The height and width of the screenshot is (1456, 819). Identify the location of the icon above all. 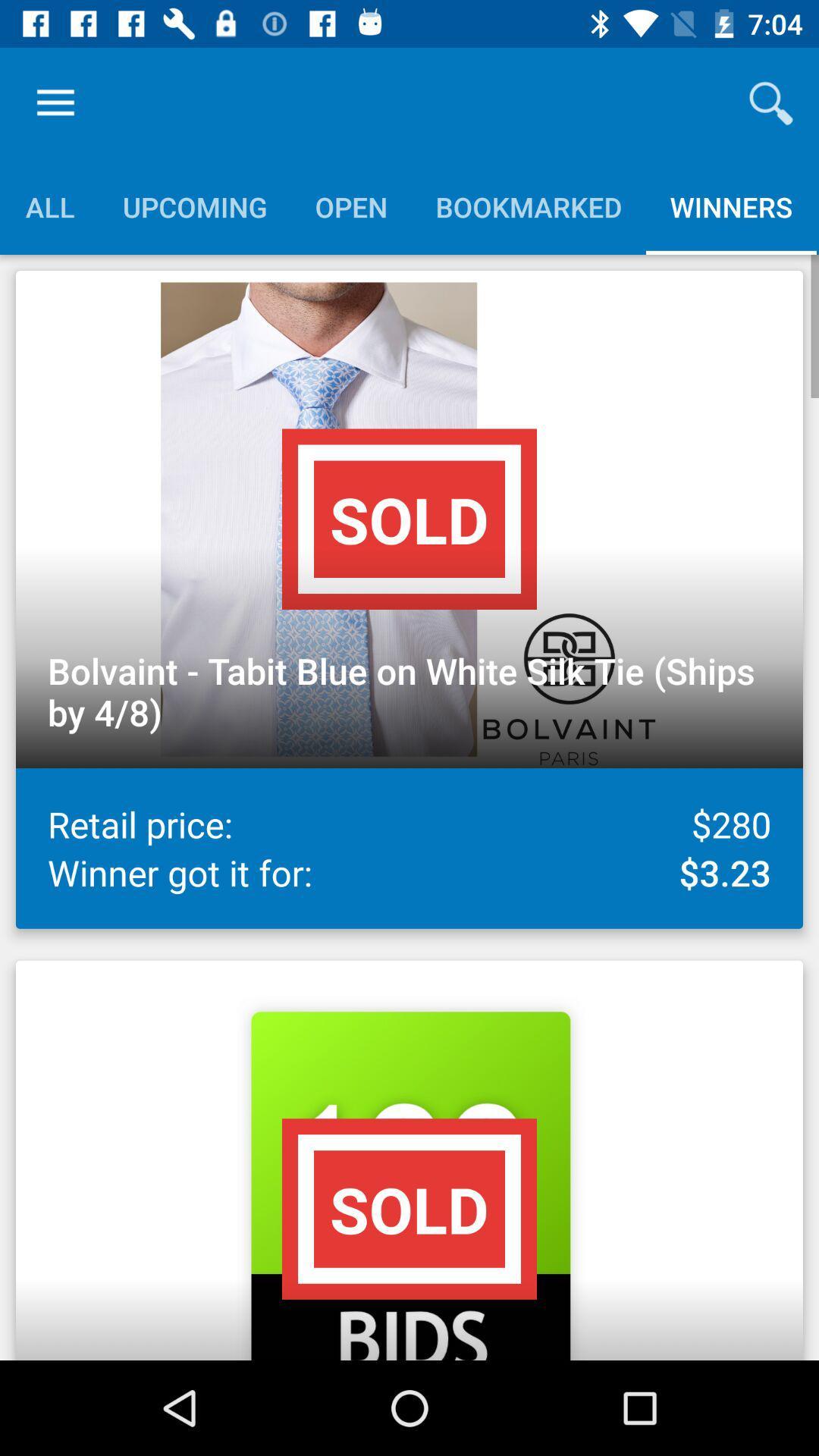
(55, 102).